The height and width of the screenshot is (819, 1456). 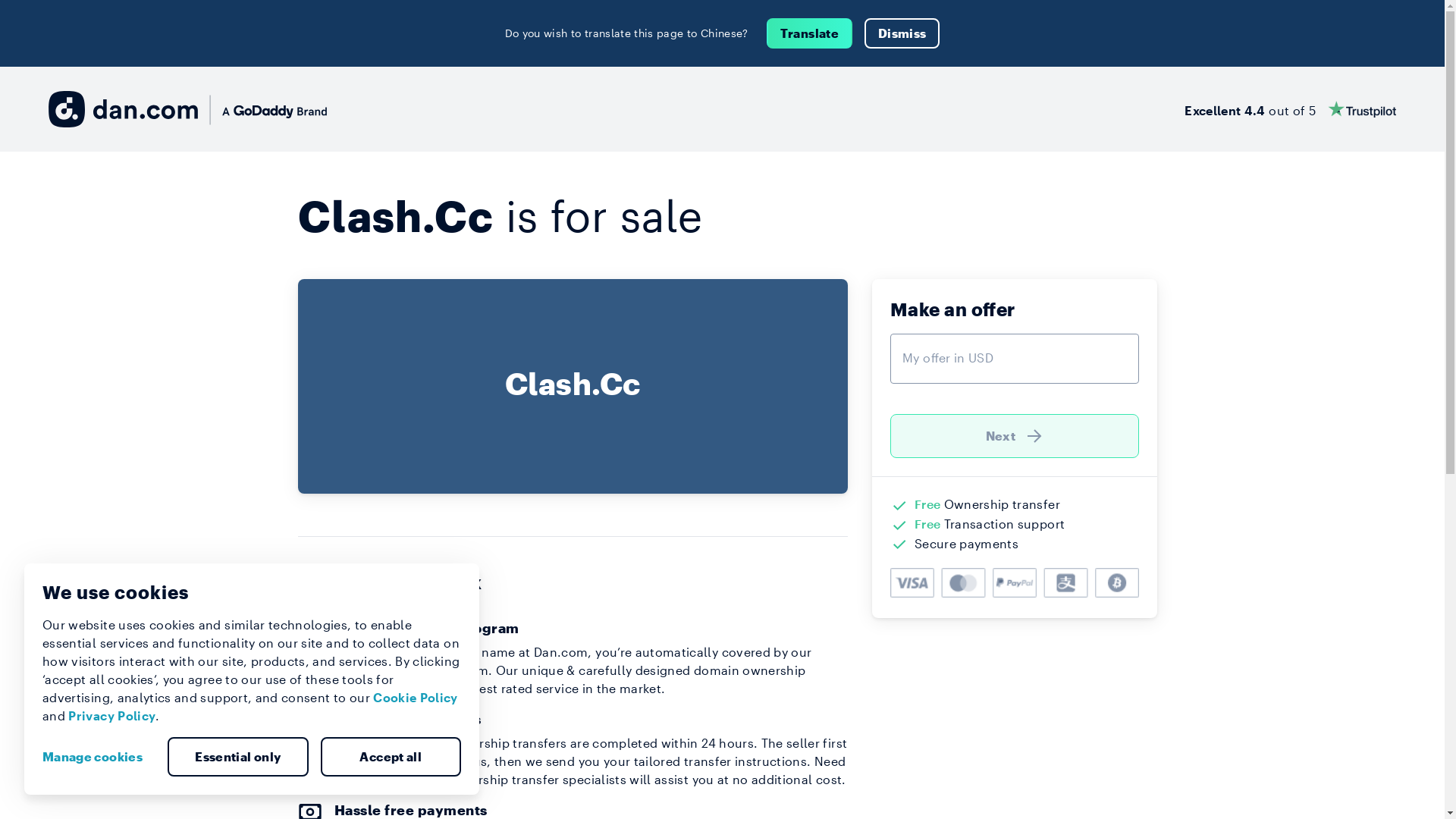 What do you see at coordinates (1015, 435) in the screenshot?
I see `'Next` at bounding box center [1015, 435].